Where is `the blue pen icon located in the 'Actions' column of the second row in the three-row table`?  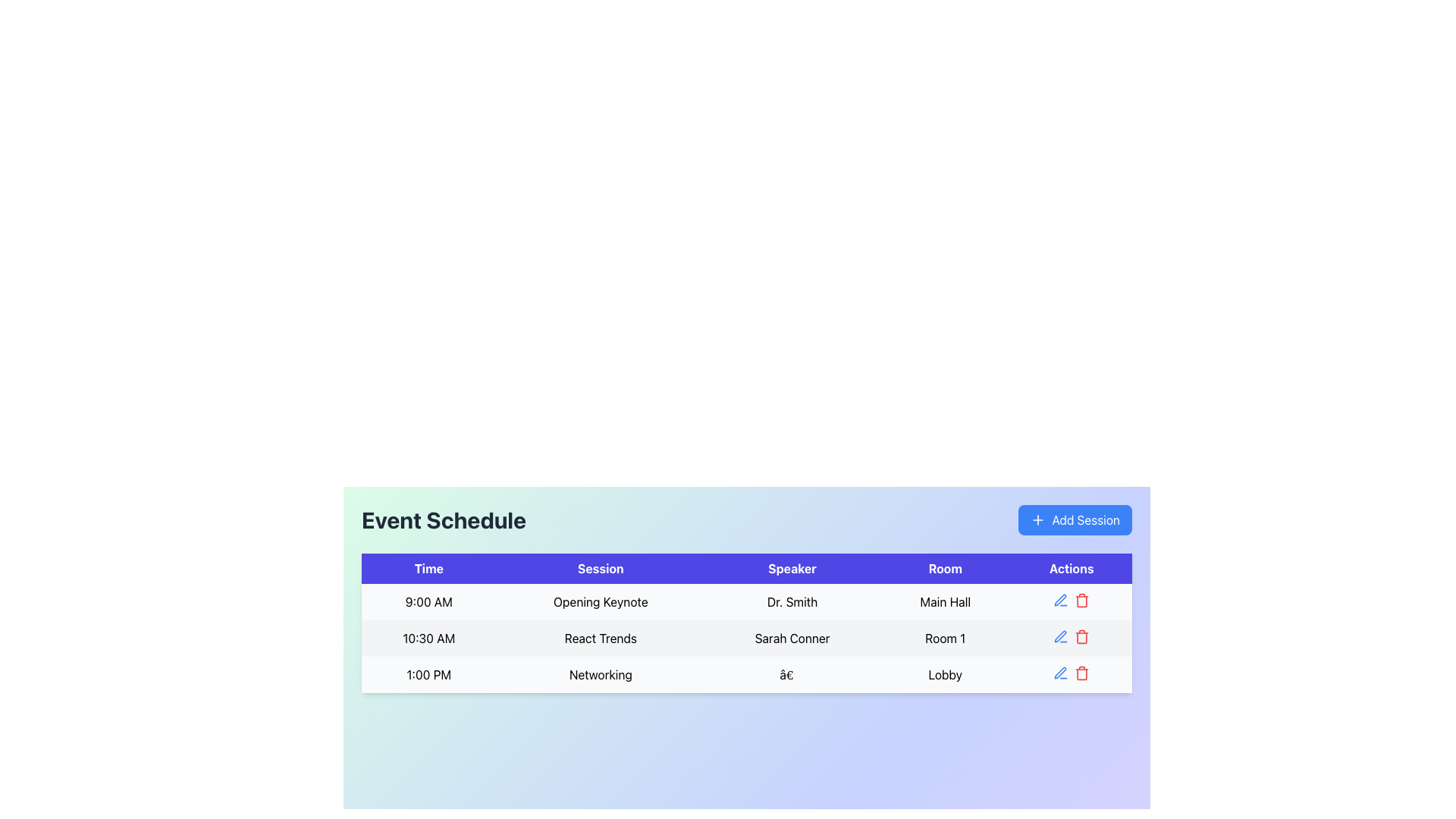
the blue pen icon located in the 'Actions' column of the second row in the three-row table is located at coordinates (1059, 599).